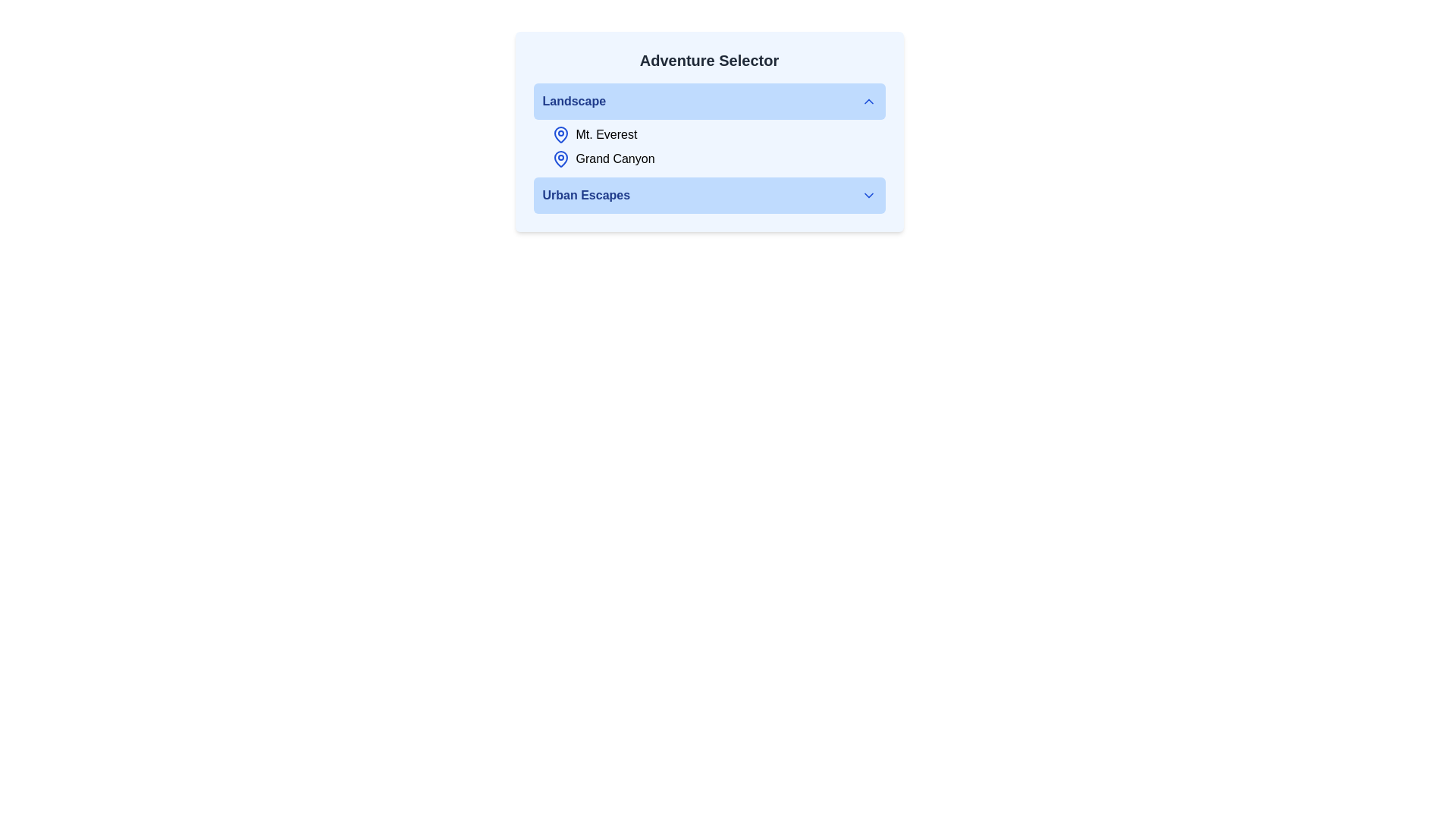  What do you see at coordinates (708, 124) in the screenshot?
I see `the 'Adventure Selector' dropdown menu` at bounding box center [708, 124].